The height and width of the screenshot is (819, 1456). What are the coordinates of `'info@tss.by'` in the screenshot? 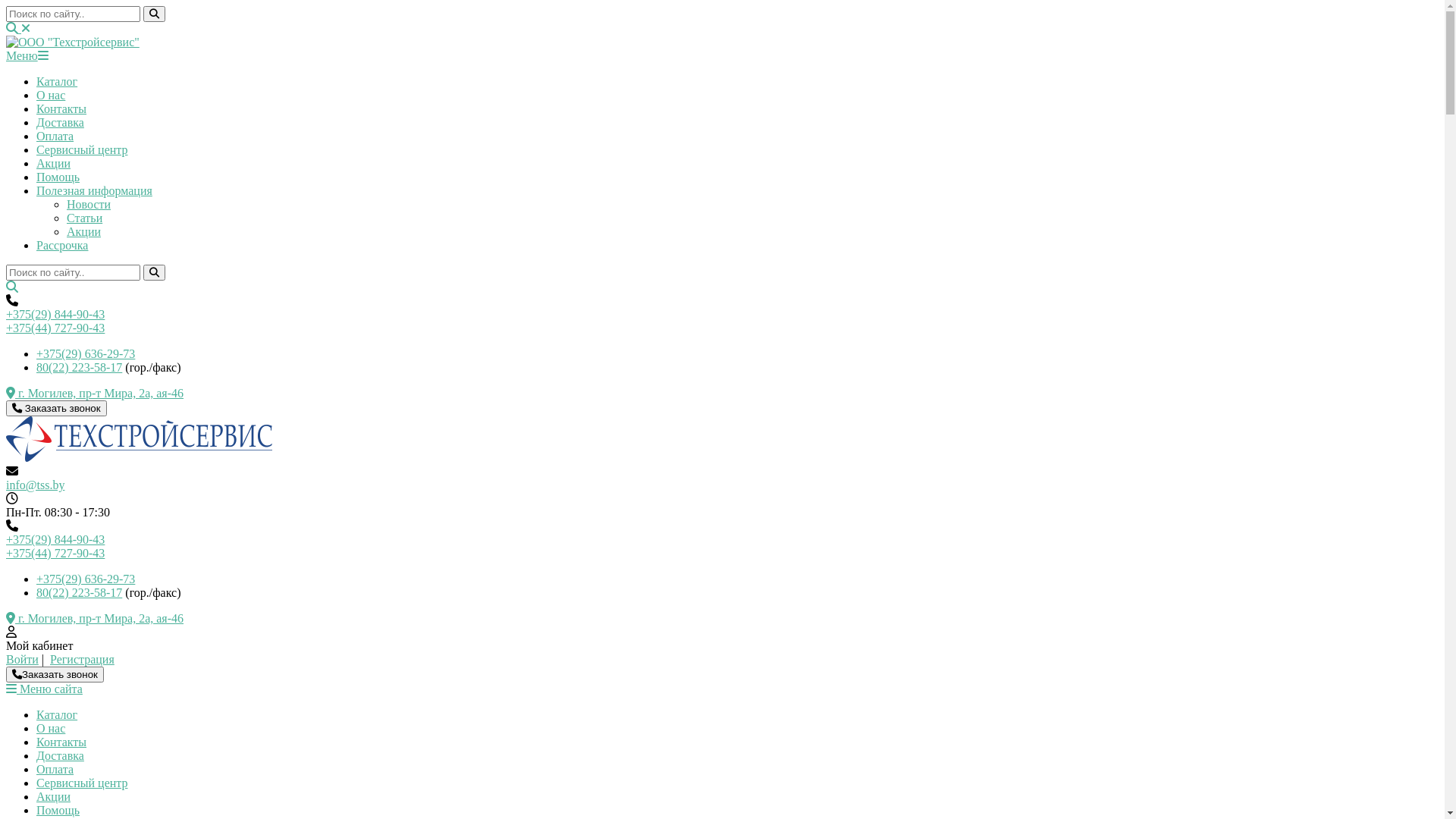 It's located at (35, 485).